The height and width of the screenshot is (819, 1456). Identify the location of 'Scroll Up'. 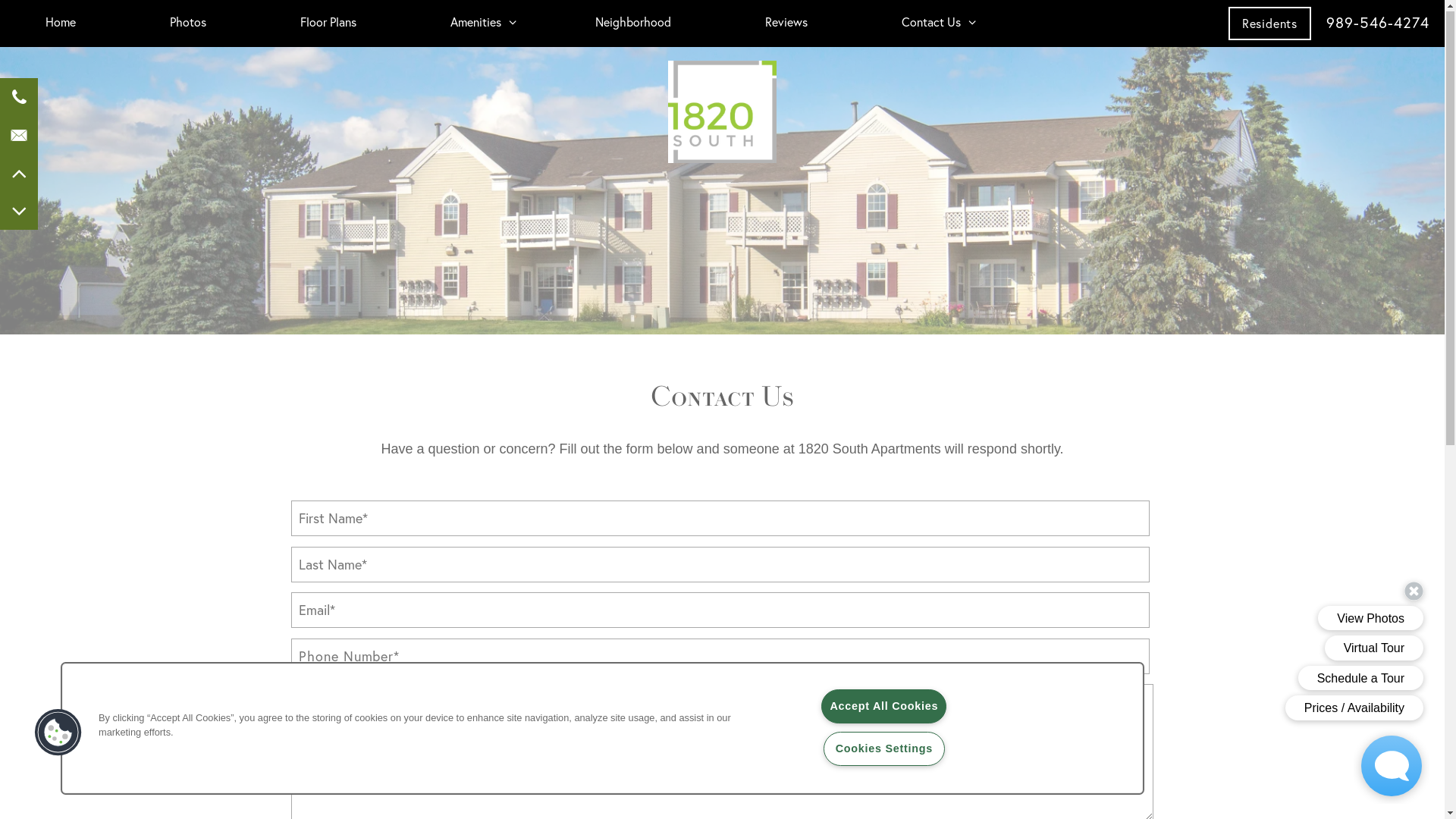
(18, 172).